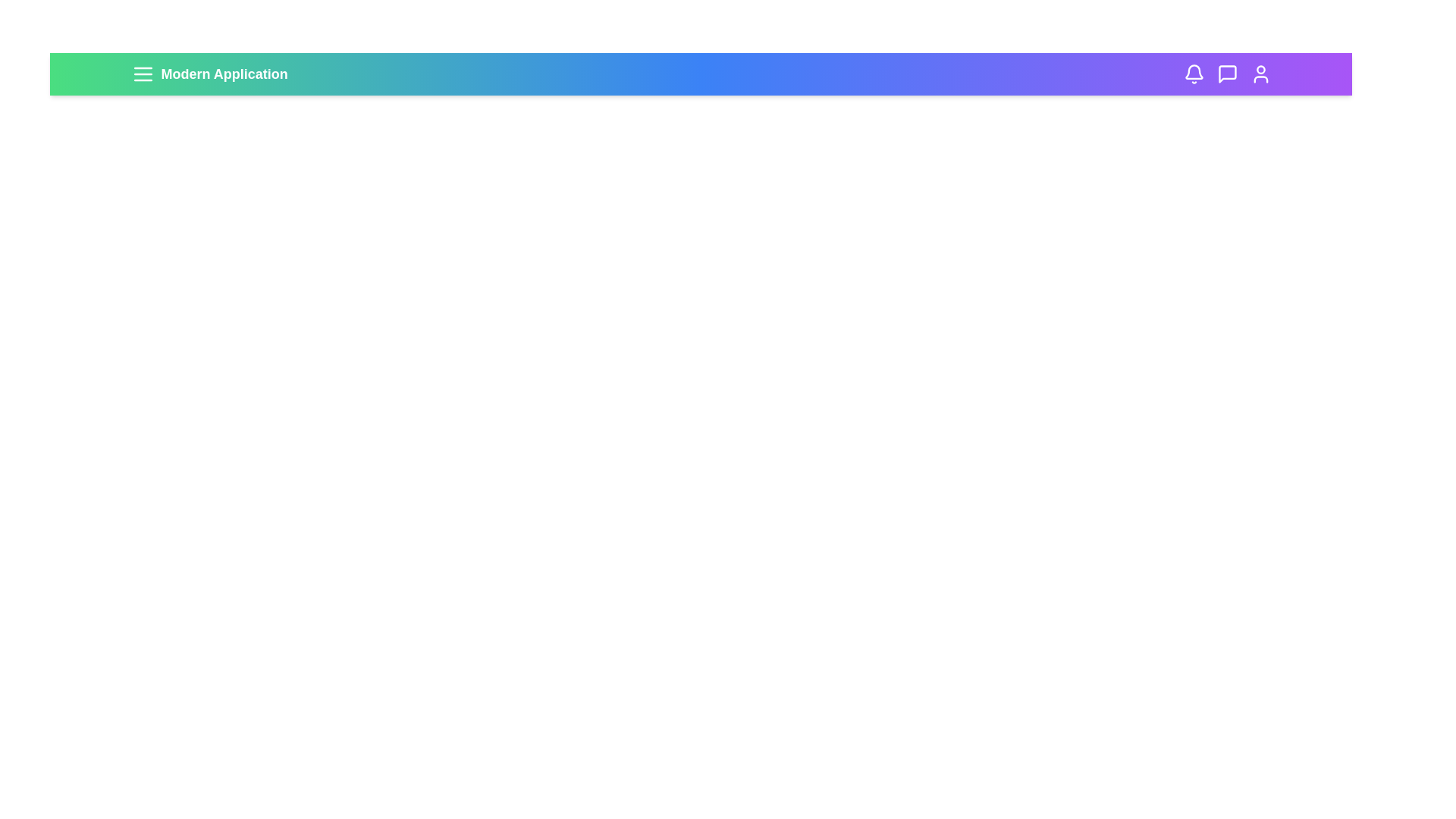 This screenshot has width=1456, height=819. What do you see at coordinates (143, 74) in the screenshot?
I see `the menu icon to toggle the main menu` at bounding box center [143, 74].